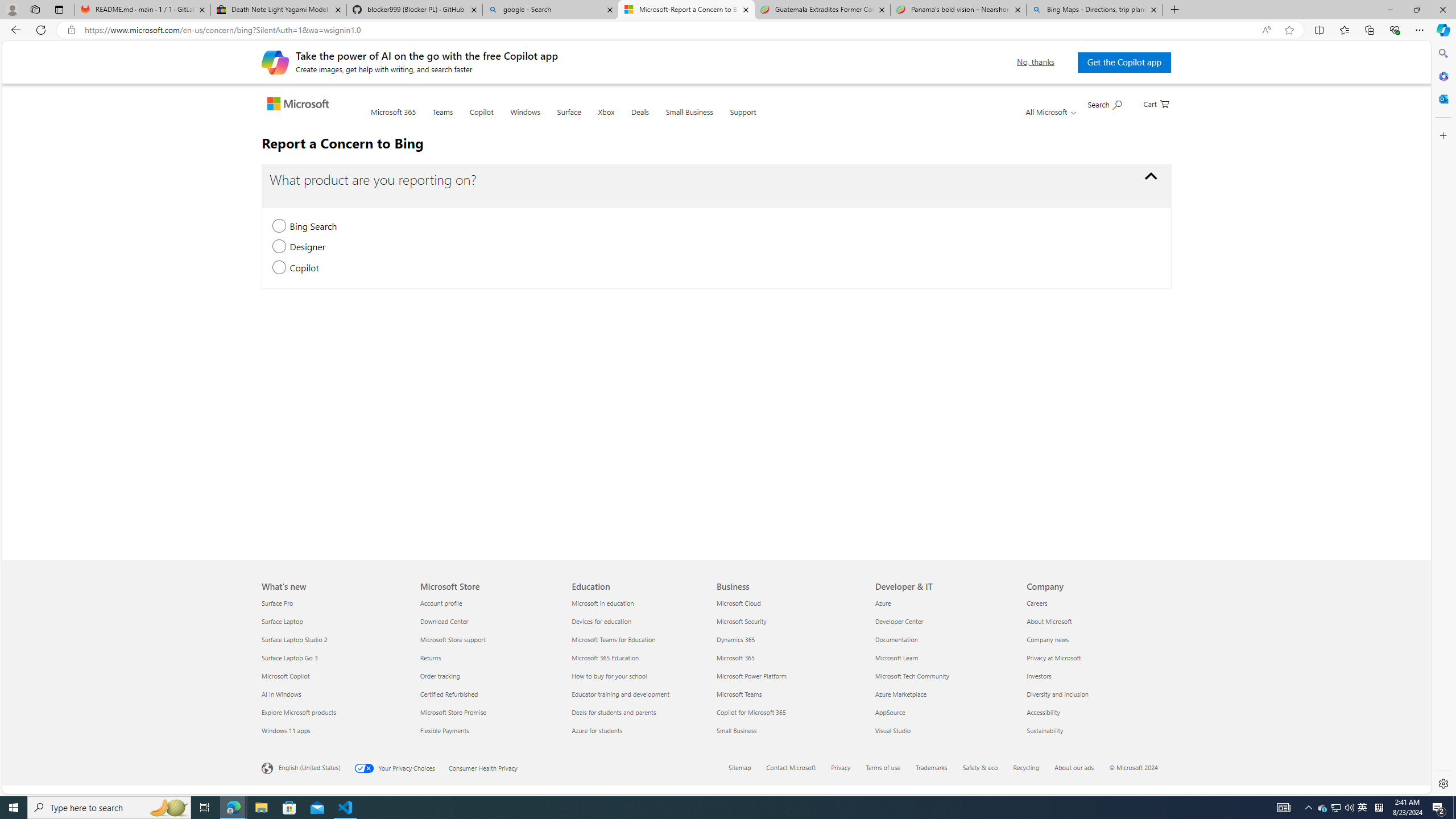  Describe the element at coordinates (896, 656) in the screenshot. I see `'Microsoft Learn Developer & IT'` at that location.